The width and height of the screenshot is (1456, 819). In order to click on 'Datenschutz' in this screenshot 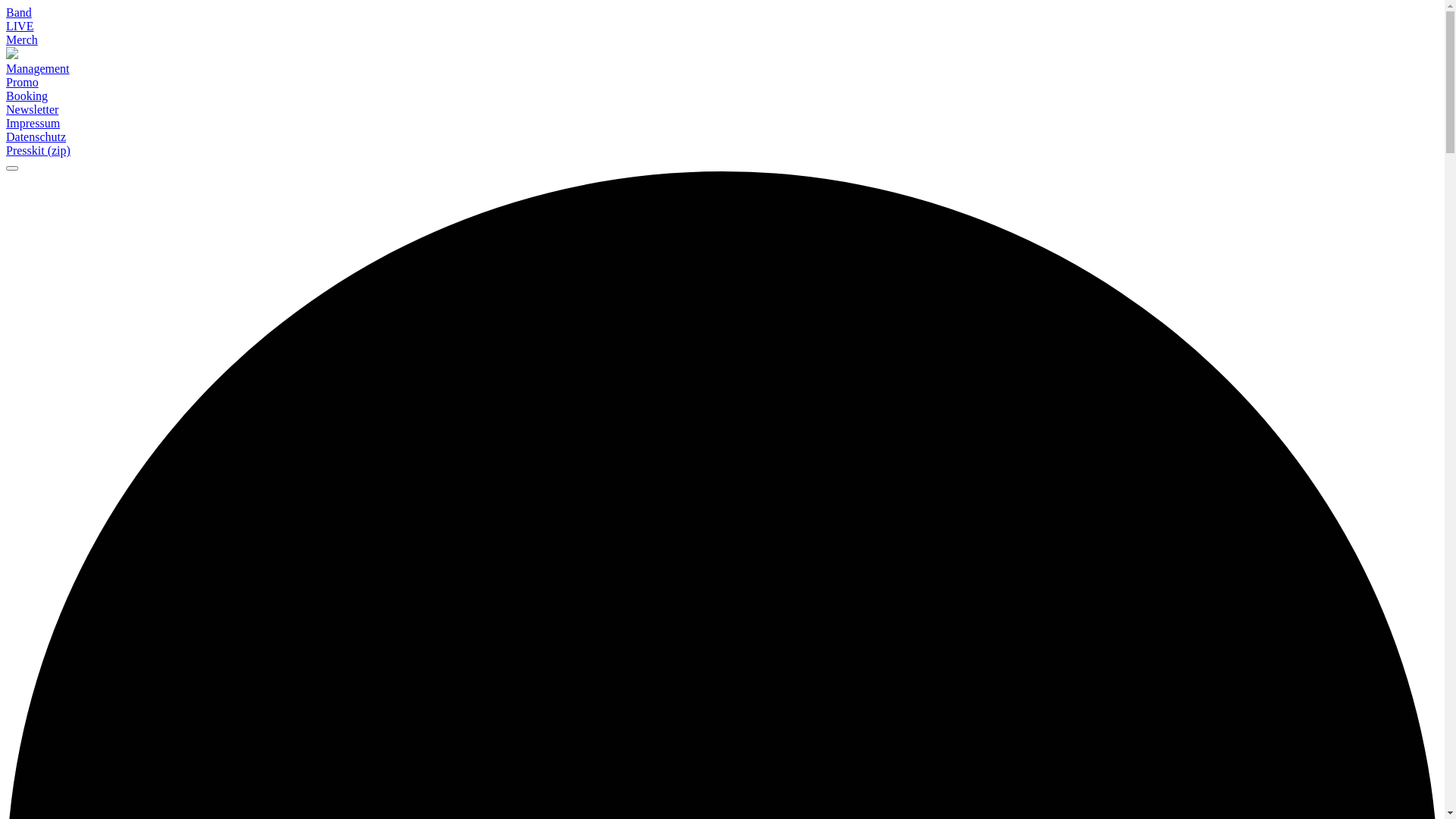, I will do `click(36, 136)`.